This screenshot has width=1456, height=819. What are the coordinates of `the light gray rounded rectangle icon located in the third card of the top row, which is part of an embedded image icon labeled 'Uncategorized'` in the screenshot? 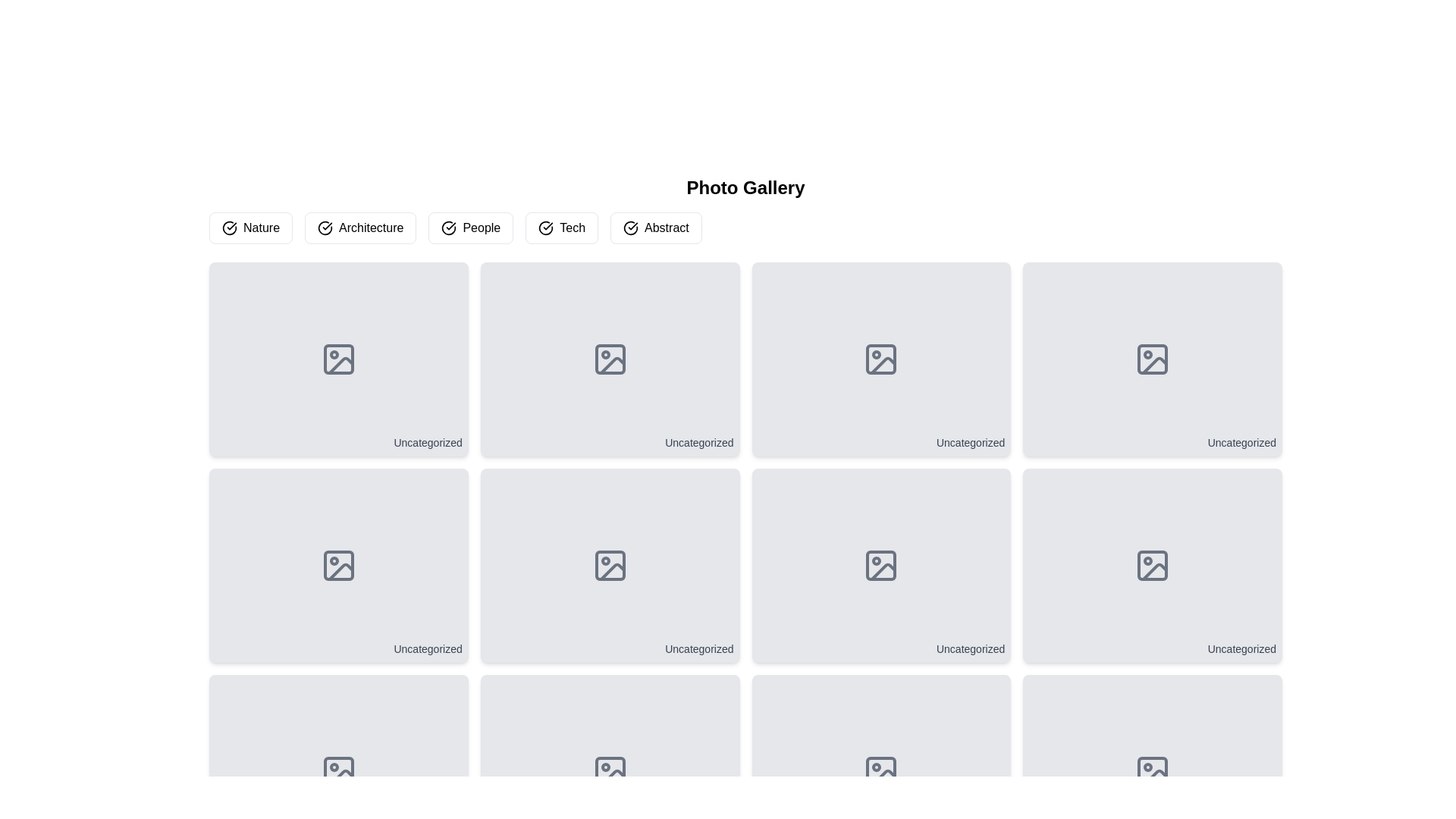 It's located at (1153, 359).